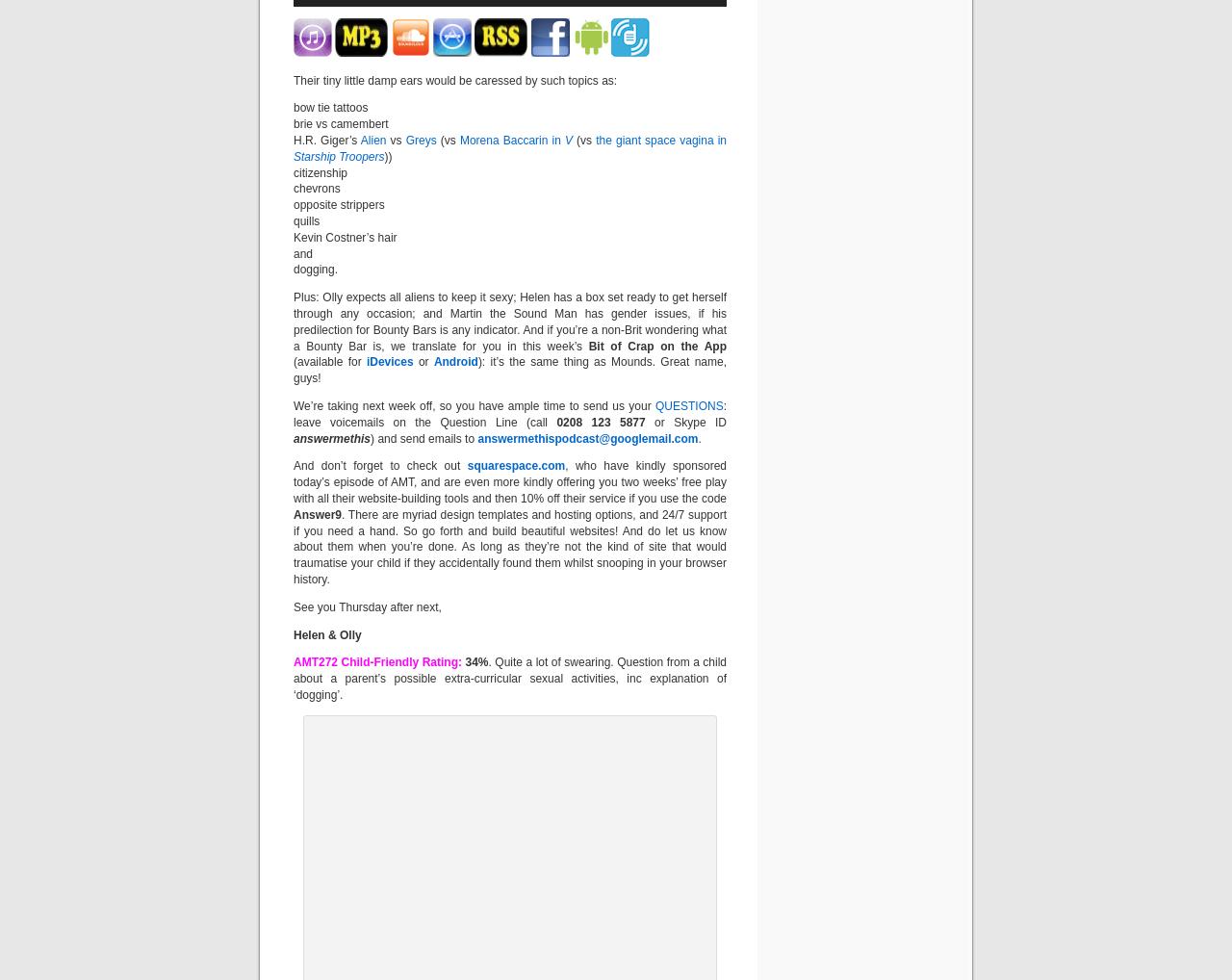  Describe the element at coordinates (331, 437) in the screenshot. I see `'answermethis'` at that location.